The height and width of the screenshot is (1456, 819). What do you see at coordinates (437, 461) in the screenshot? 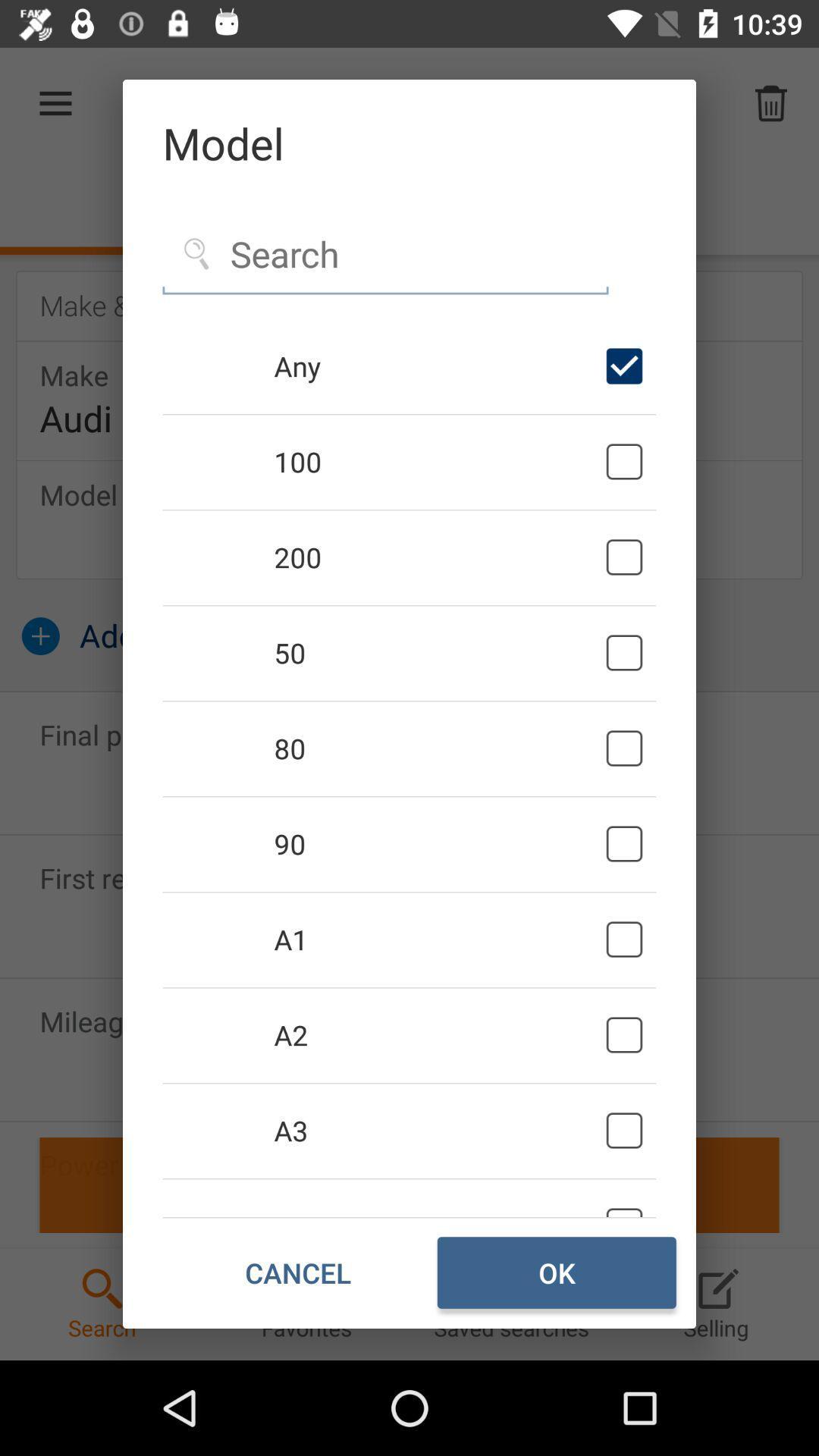
I see `icon below any icon` at bounding box center [437, 461].